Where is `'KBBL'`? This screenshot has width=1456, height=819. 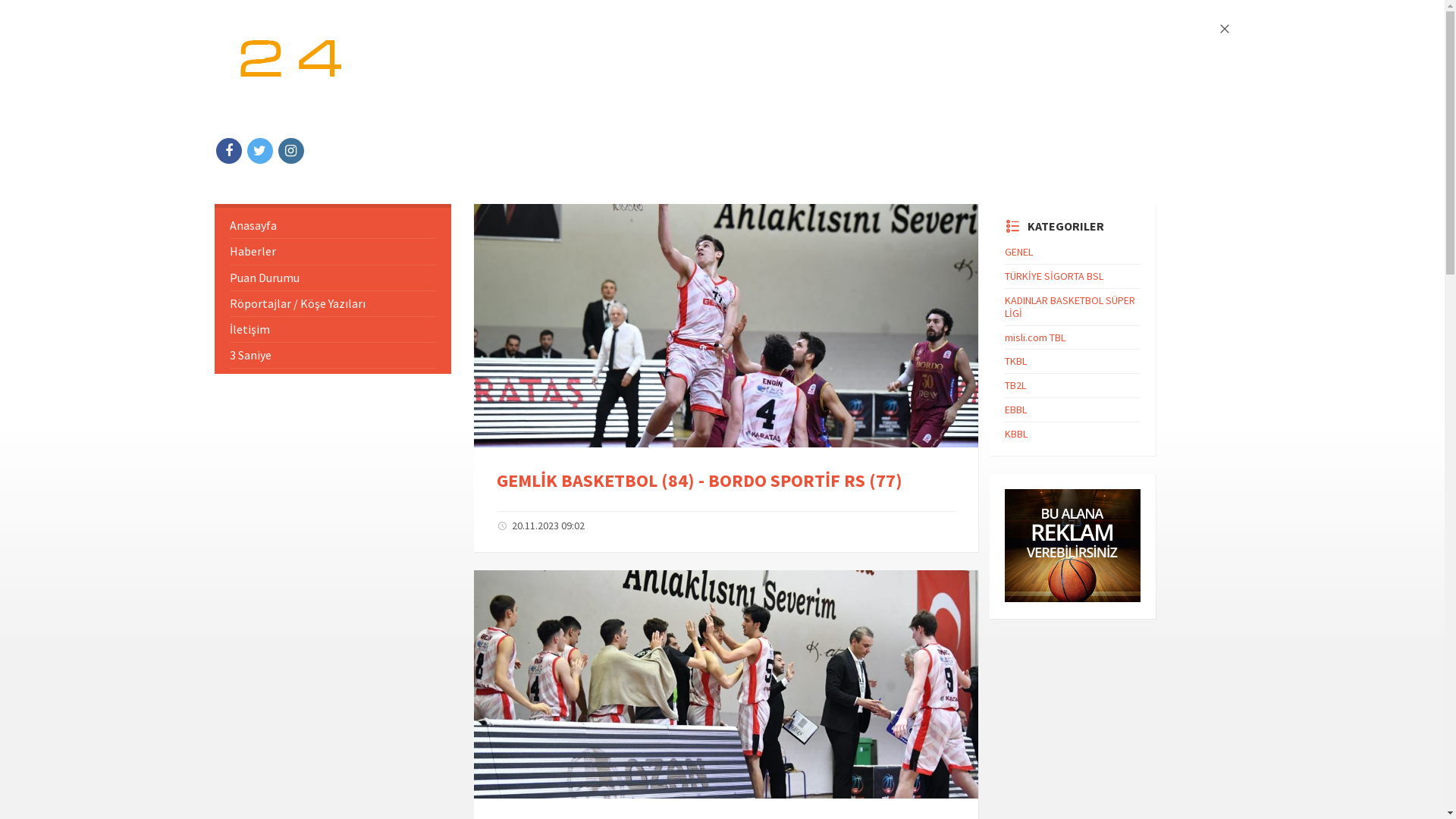
'KBBL' is located at coordinates (1004, 433).